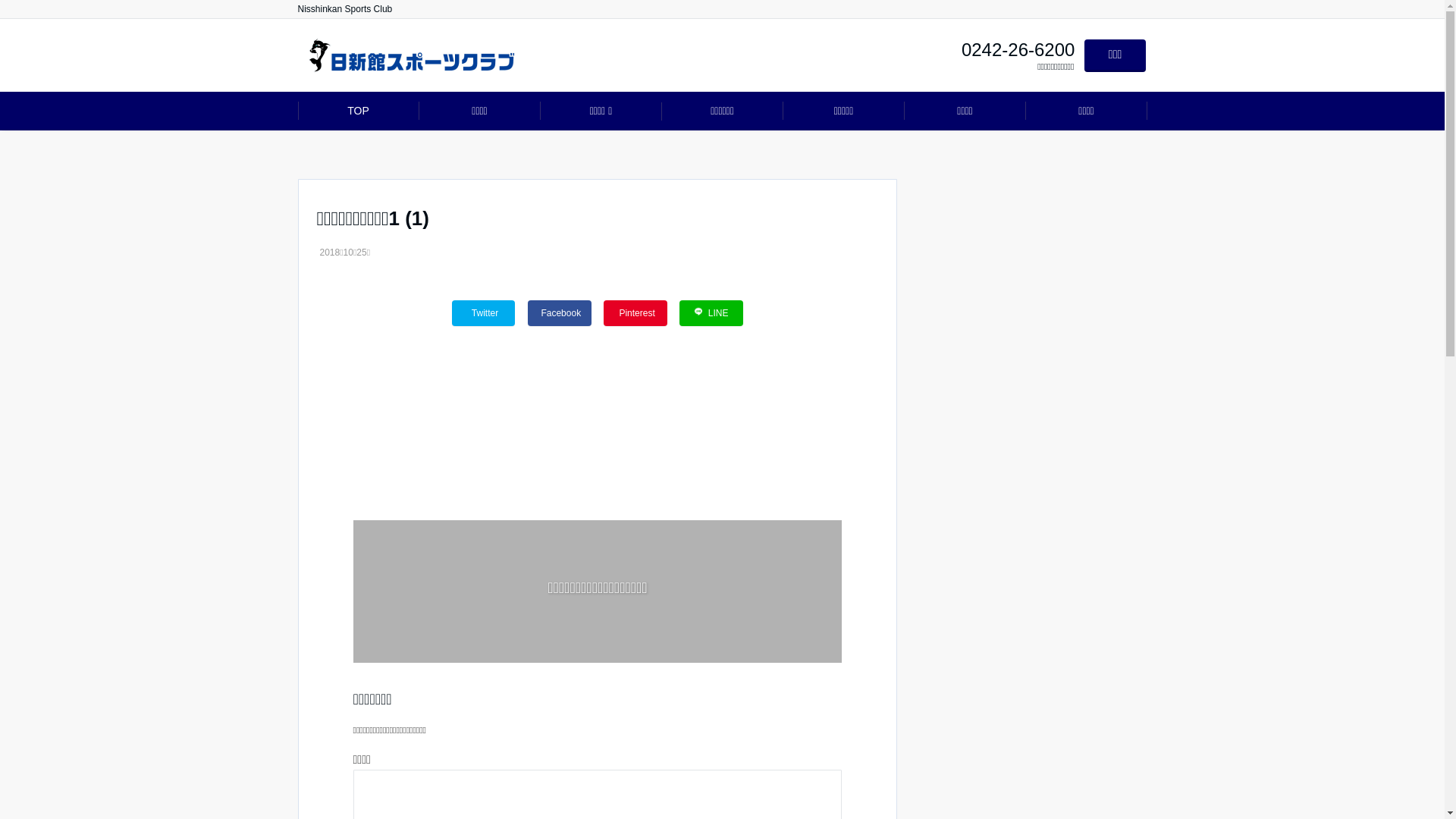 This screenshot has height=819, width=1456. I want to click on 'LINE', so click(710, 312).